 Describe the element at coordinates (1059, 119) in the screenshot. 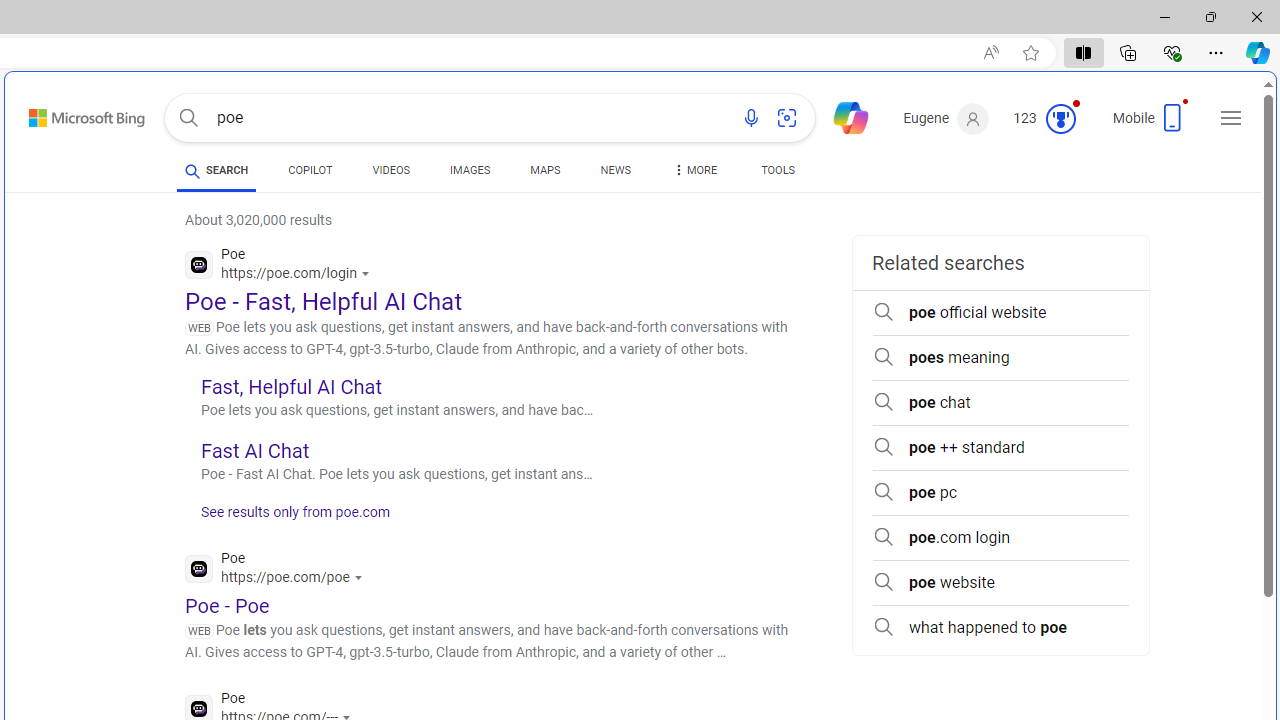

I see `'Class: medal-circled'` at that location.